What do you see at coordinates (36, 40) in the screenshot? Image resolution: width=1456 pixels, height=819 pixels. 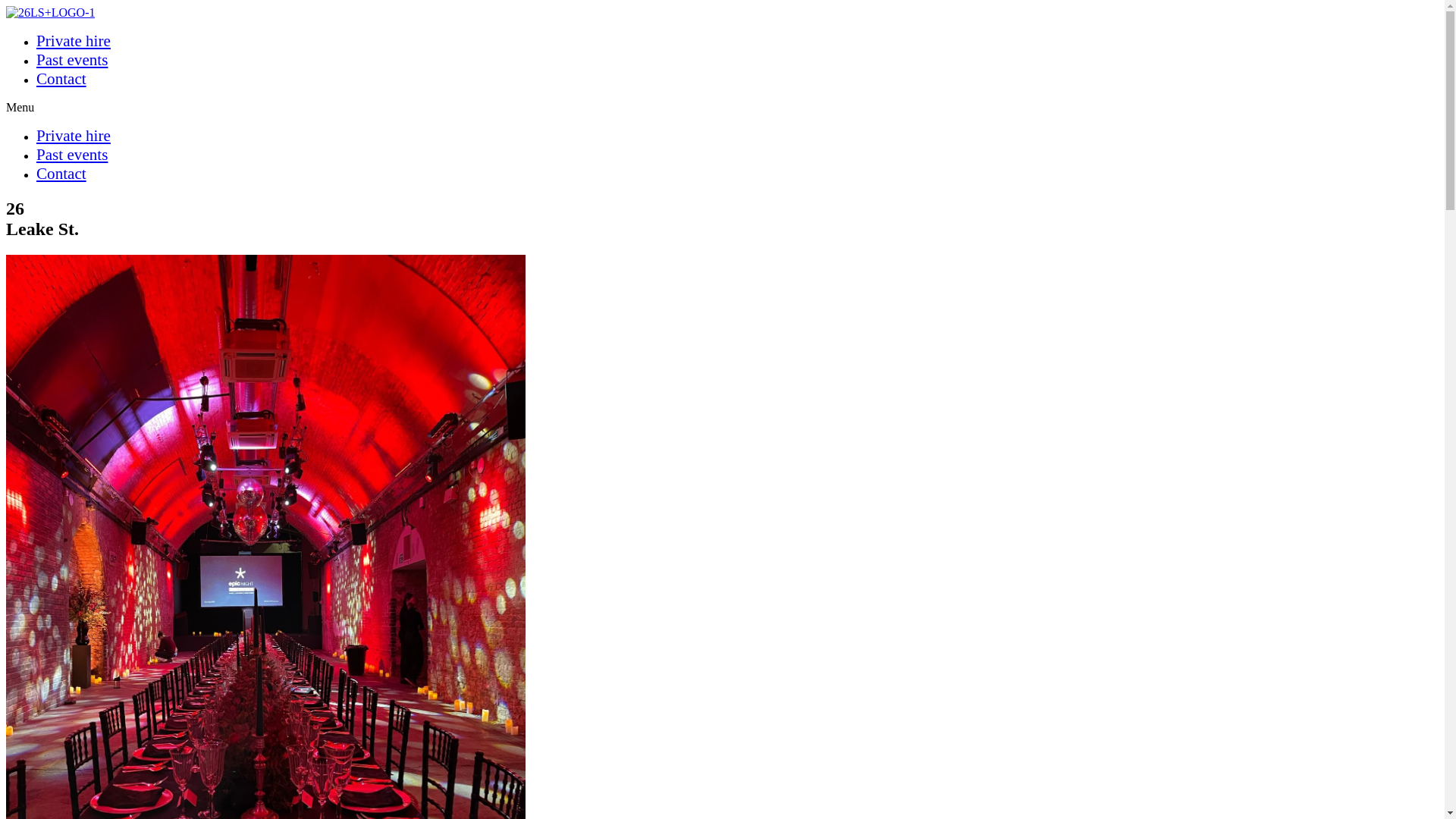 I see `'Private hire'` at bounding box center [36, 40].